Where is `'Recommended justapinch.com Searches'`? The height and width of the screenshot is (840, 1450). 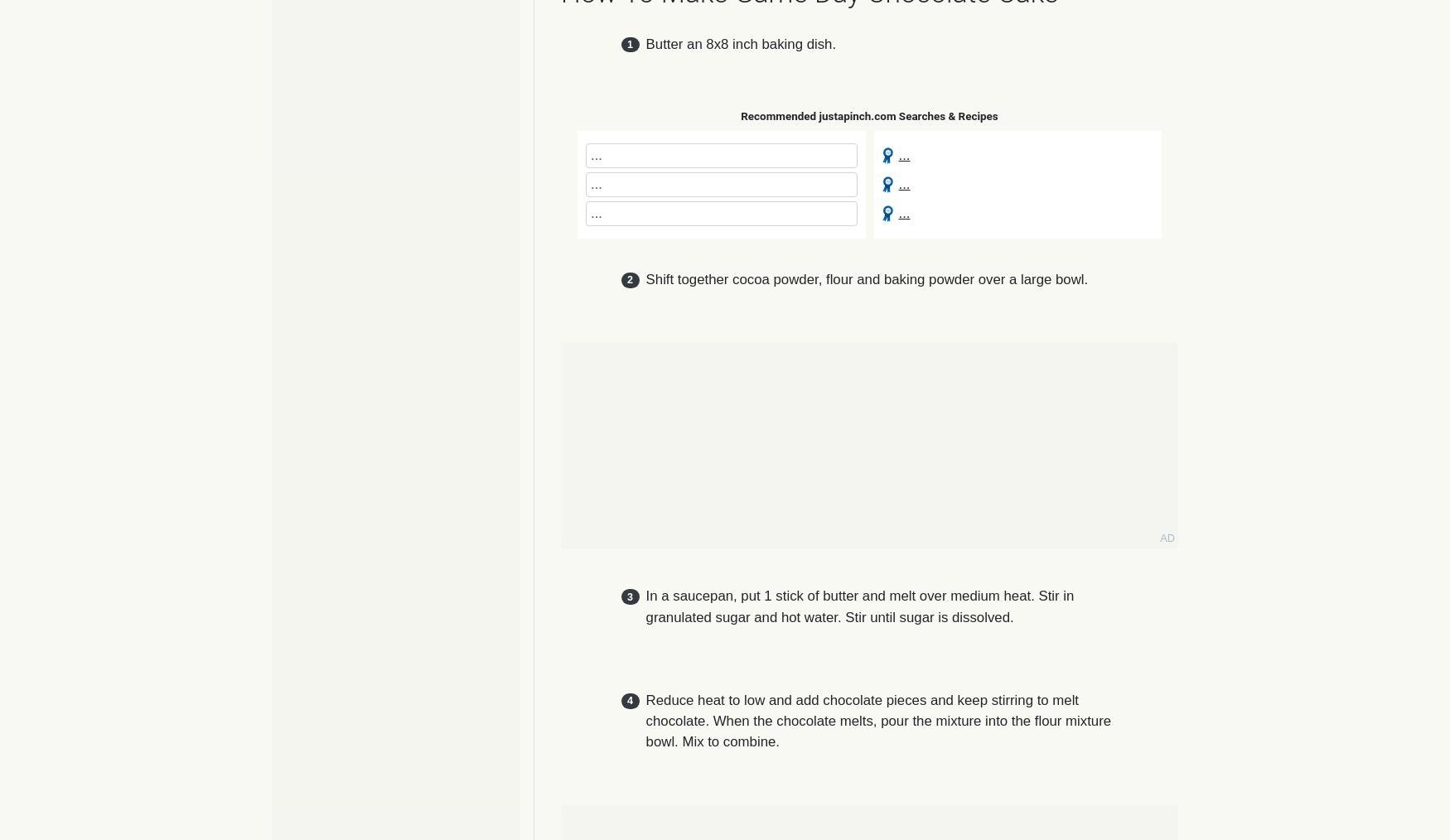
'Recommended justapinch.com Searches' is located at coordinates (740, 115).